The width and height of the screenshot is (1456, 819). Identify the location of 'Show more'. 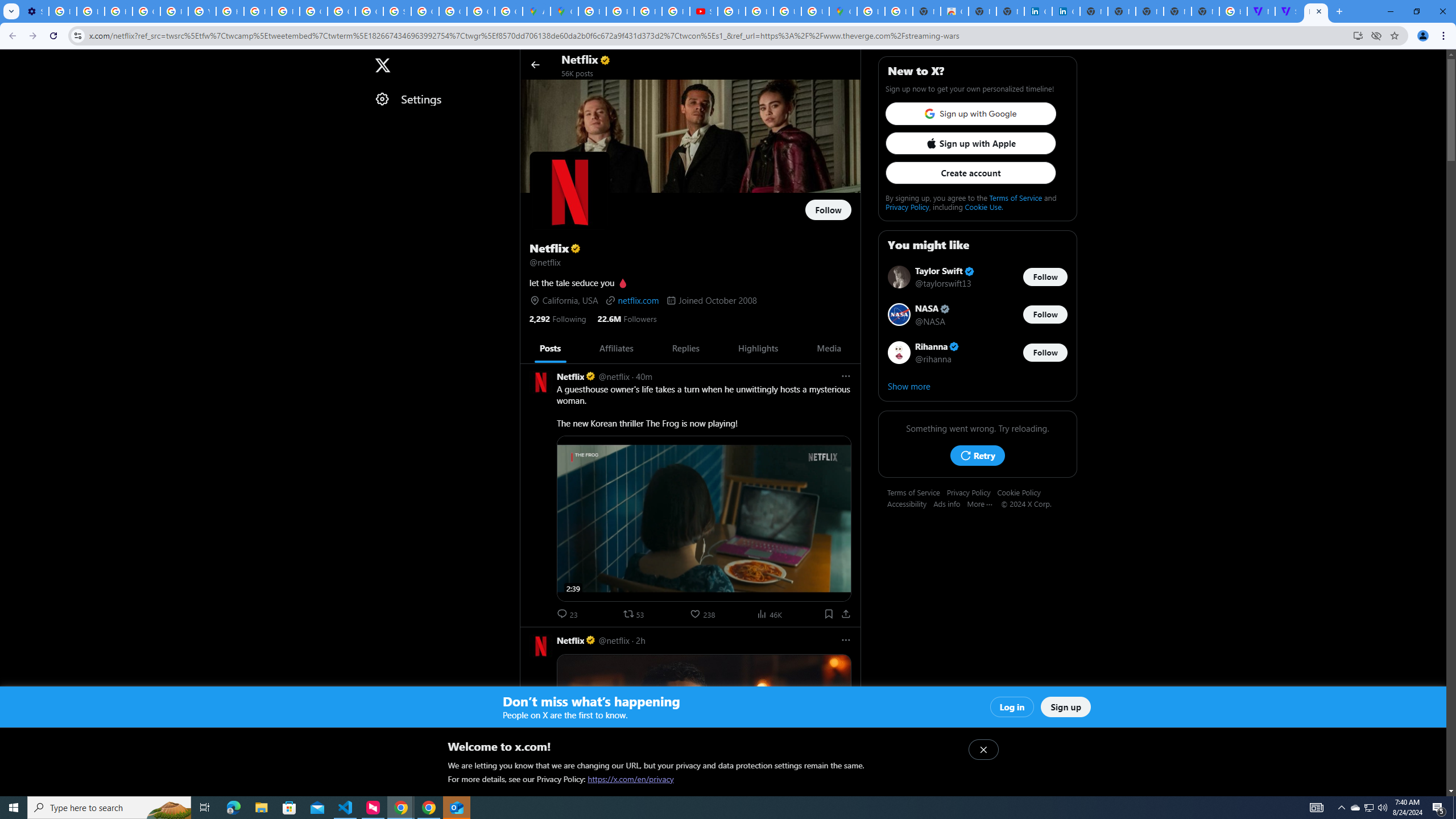
(978, 385).